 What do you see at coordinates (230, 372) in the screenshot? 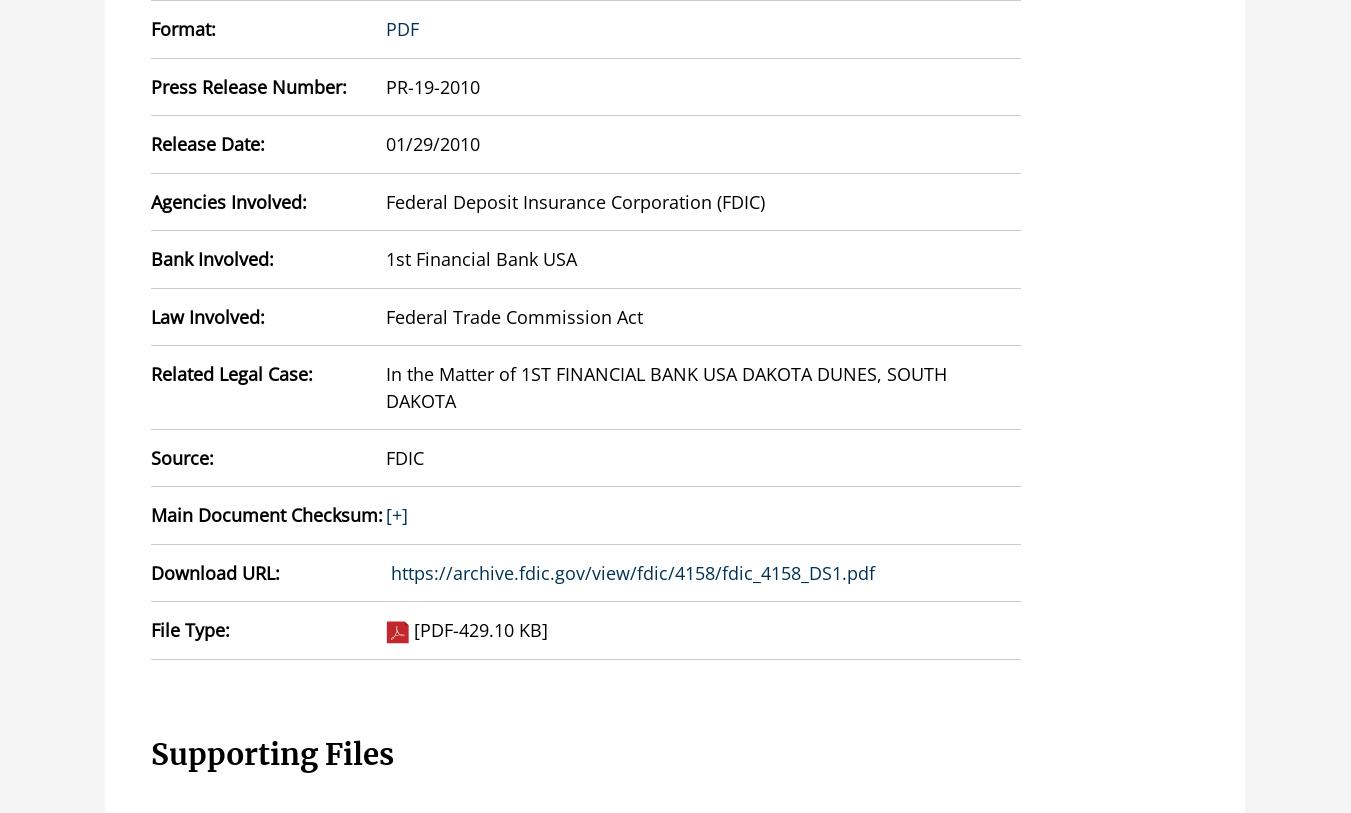
I see `'Related Legal Case:'` at bounding box center [230, 372].